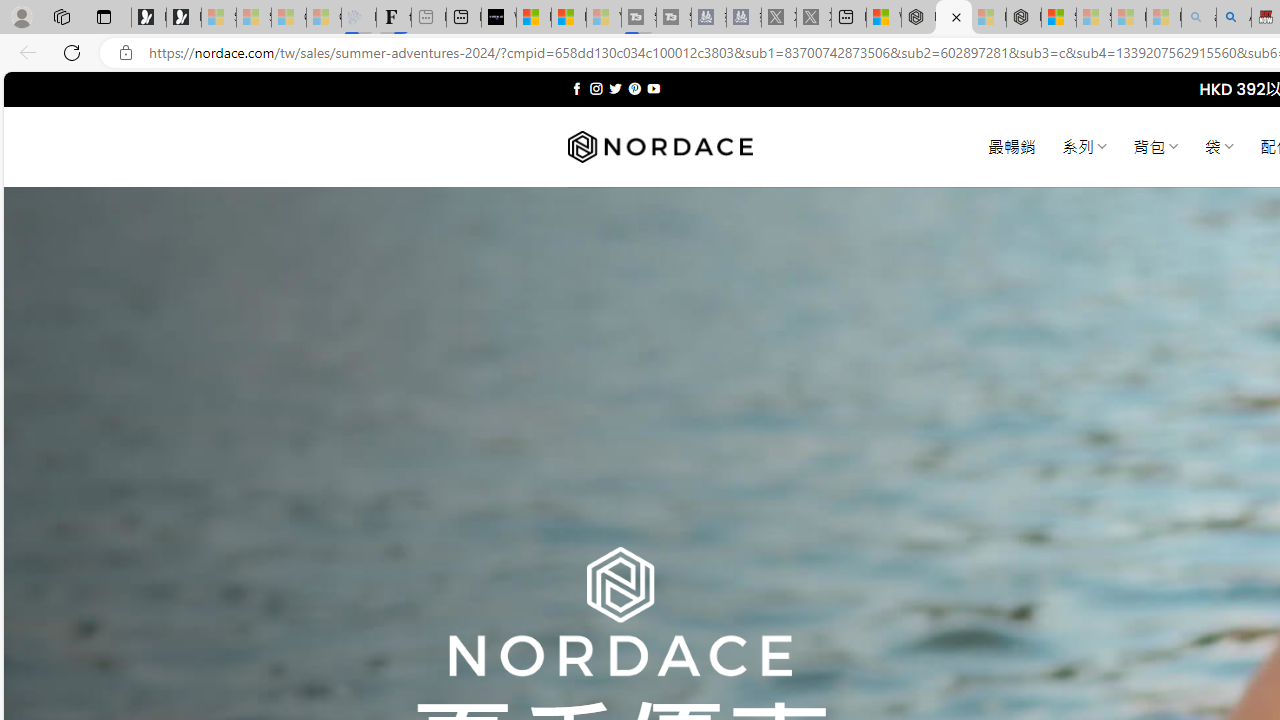 The height and width of the screenshot is (720, 1280). Describe the element at coordinates (534, 17) in the screenshot. I see `'Microsoft Start Sports'` at that location.